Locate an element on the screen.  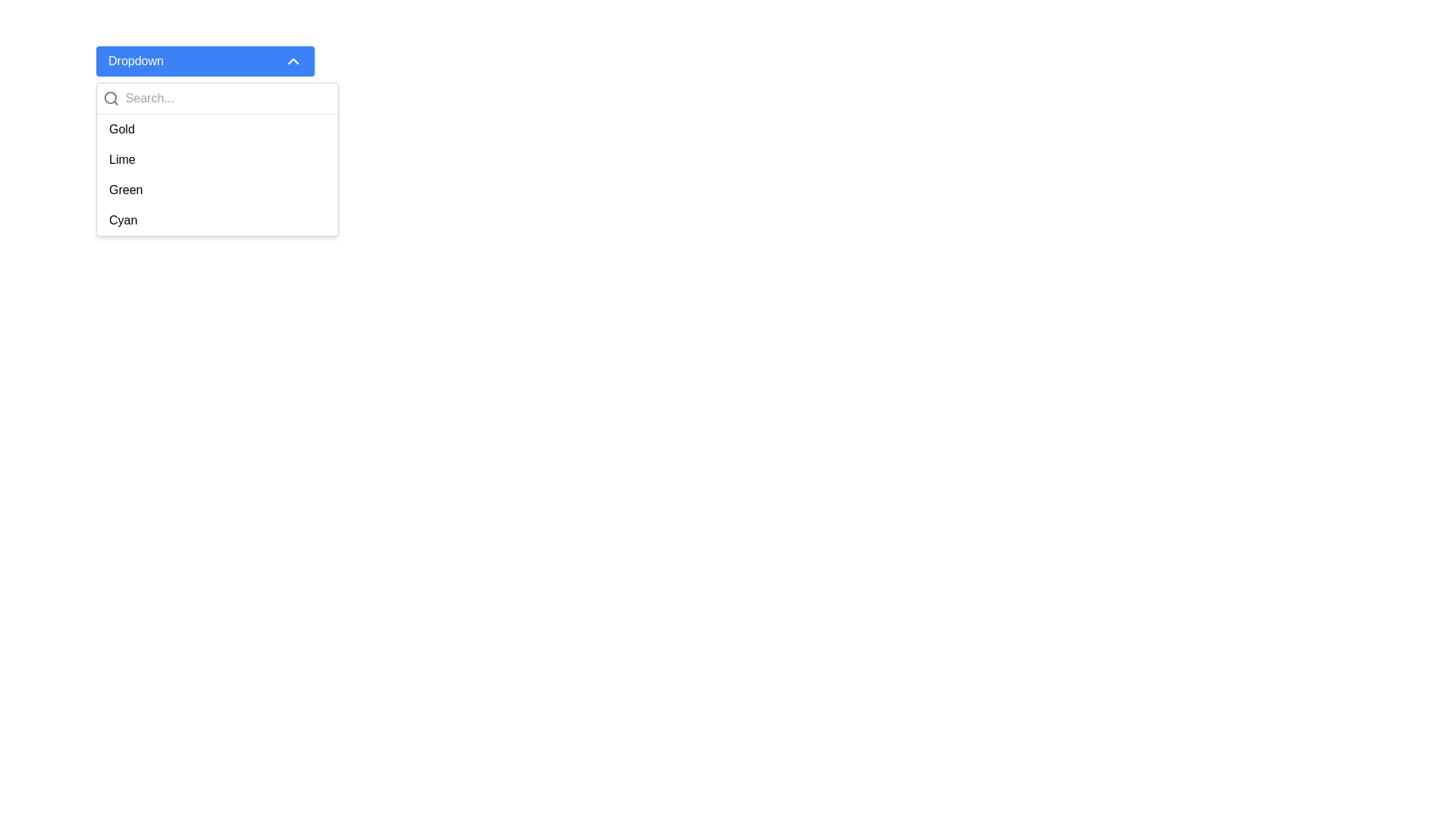
the chevron icon located on the right side of the 'Dropdown' button is located at coordinates (293, 61).